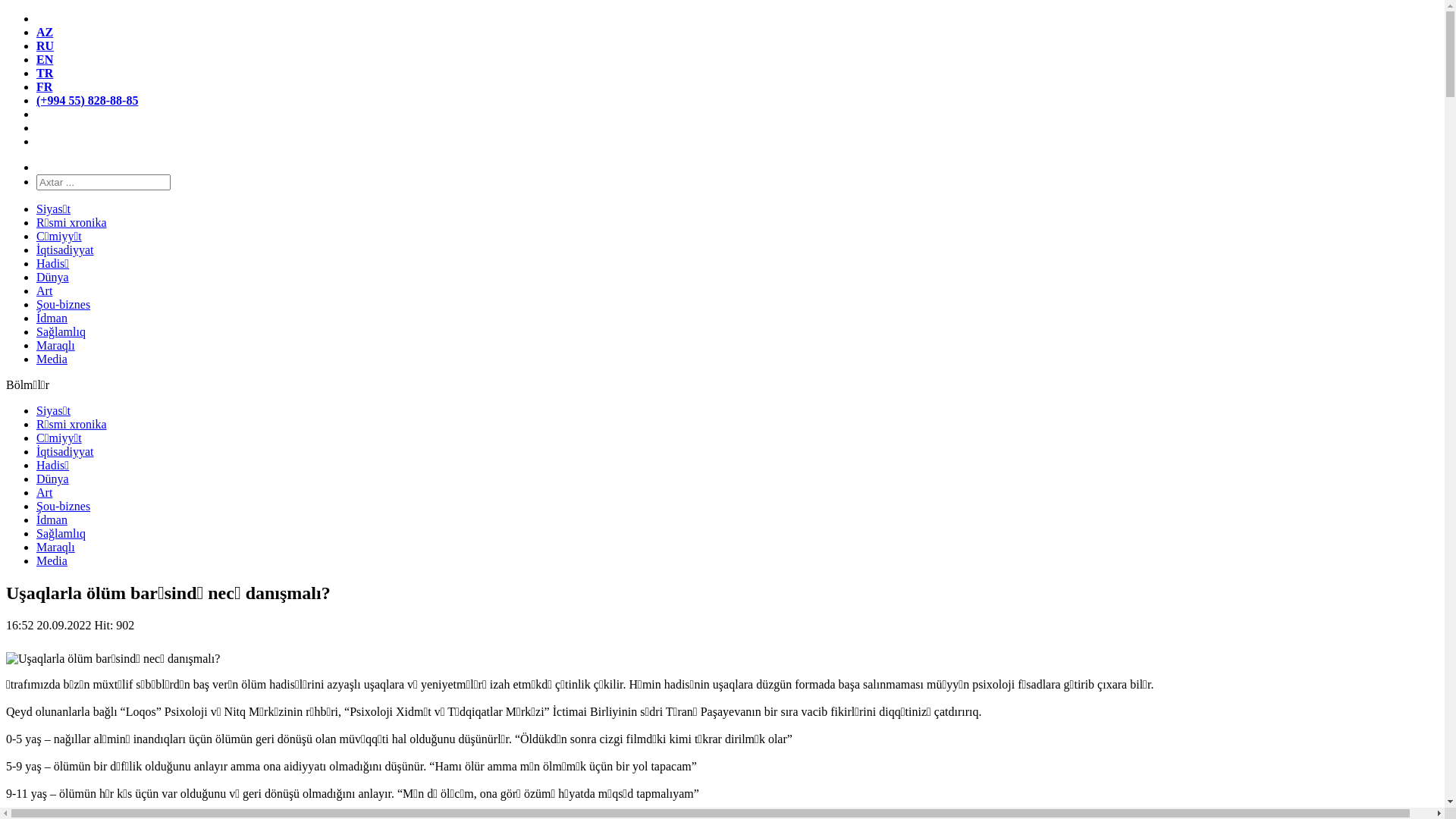 The height and width of the screenshot is (819, 1456). I want to click on 'Media', so click(52, 359).